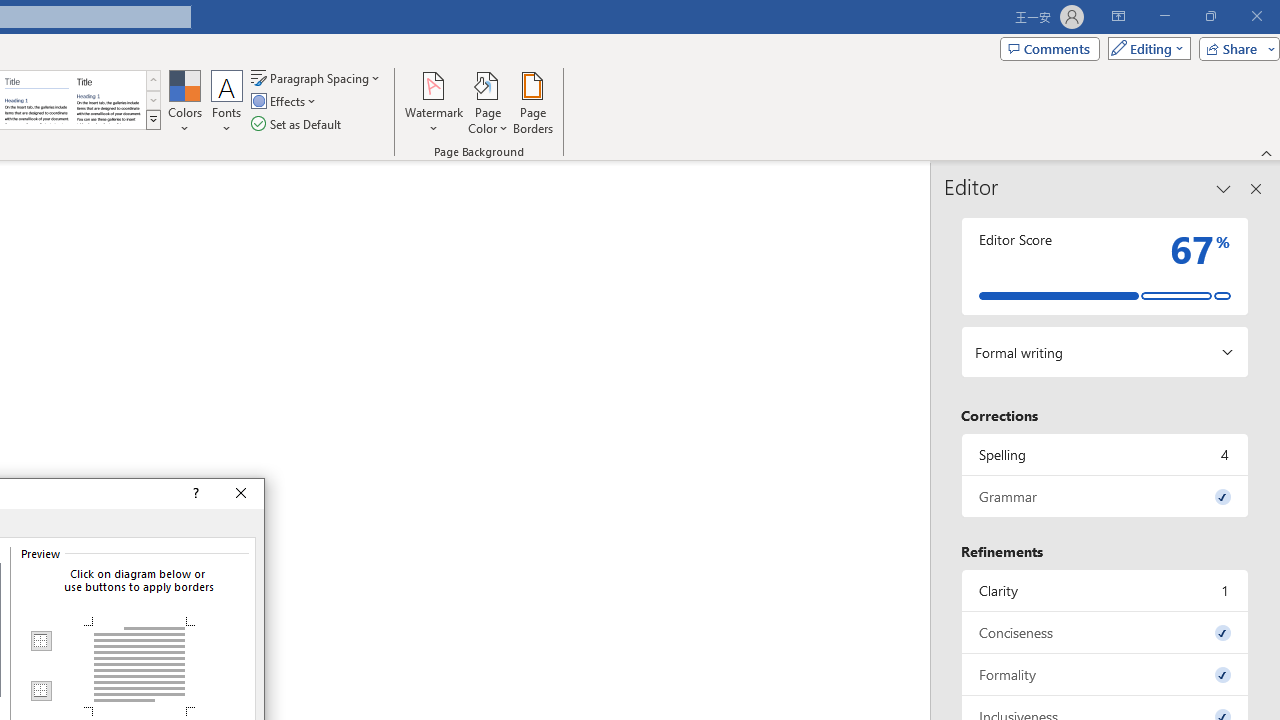 This screenshot has width=1280, height=720. I want to click on 'Editing', so click(1144, 47).